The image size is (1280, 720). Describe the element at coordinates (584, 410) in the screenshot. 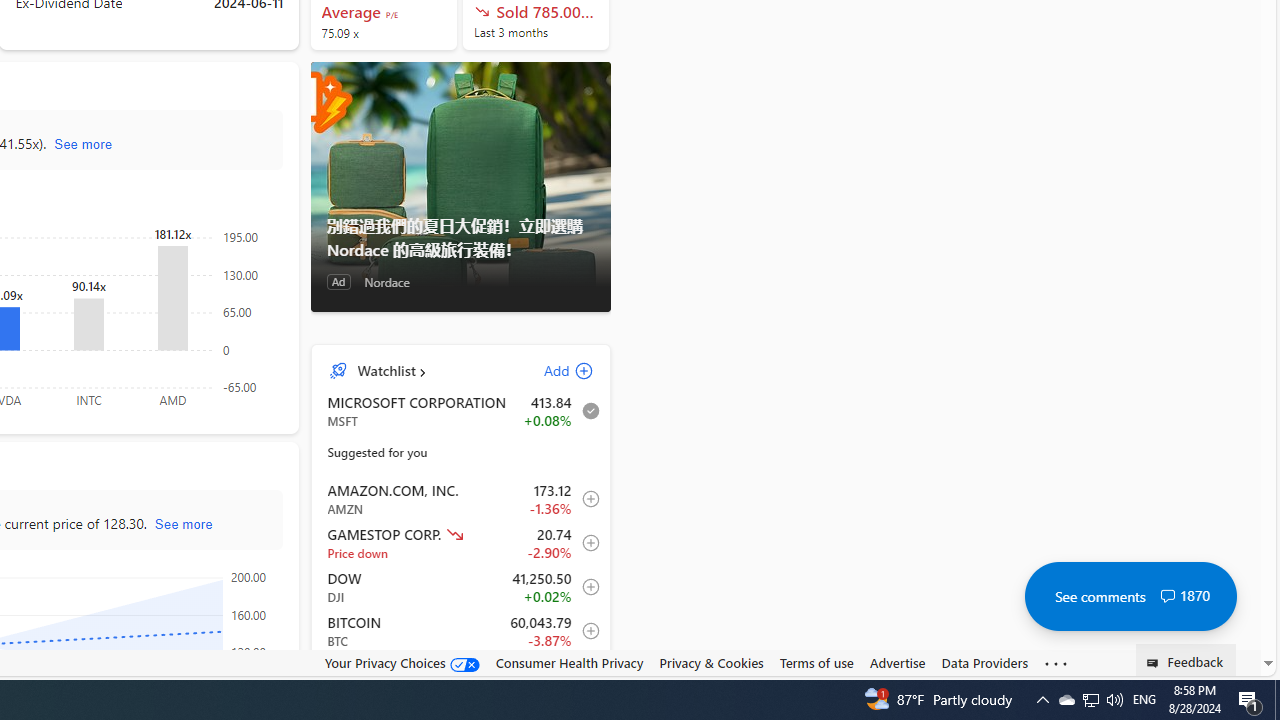

I see `'Remove from watchlist'` at that location.